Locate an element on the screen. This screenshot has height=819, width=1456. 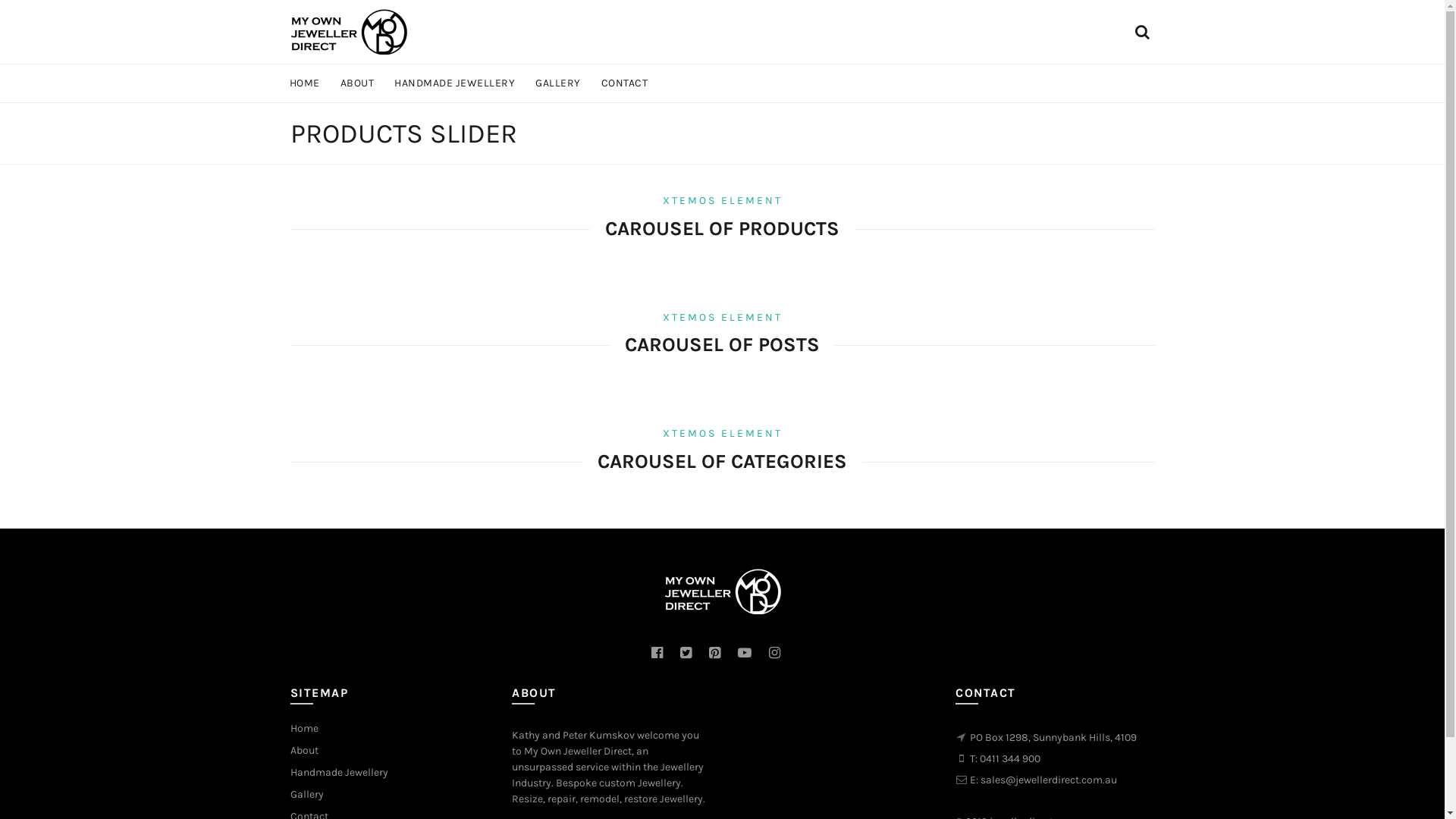
'Search' is located at coordinates (30, 45).